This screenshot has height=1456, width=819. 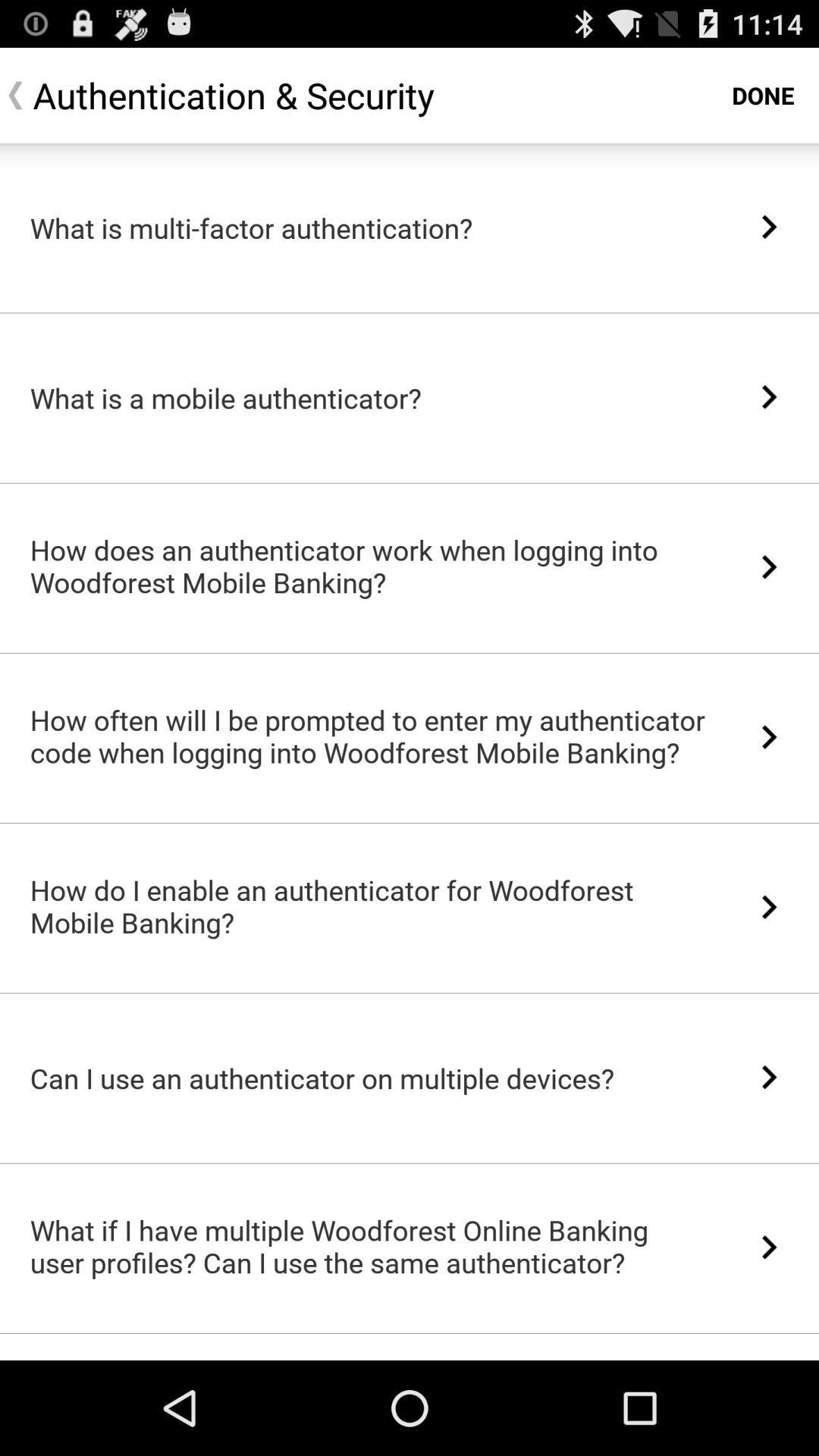 I want to click on the item above what if i, so click(x=409, y=1163).